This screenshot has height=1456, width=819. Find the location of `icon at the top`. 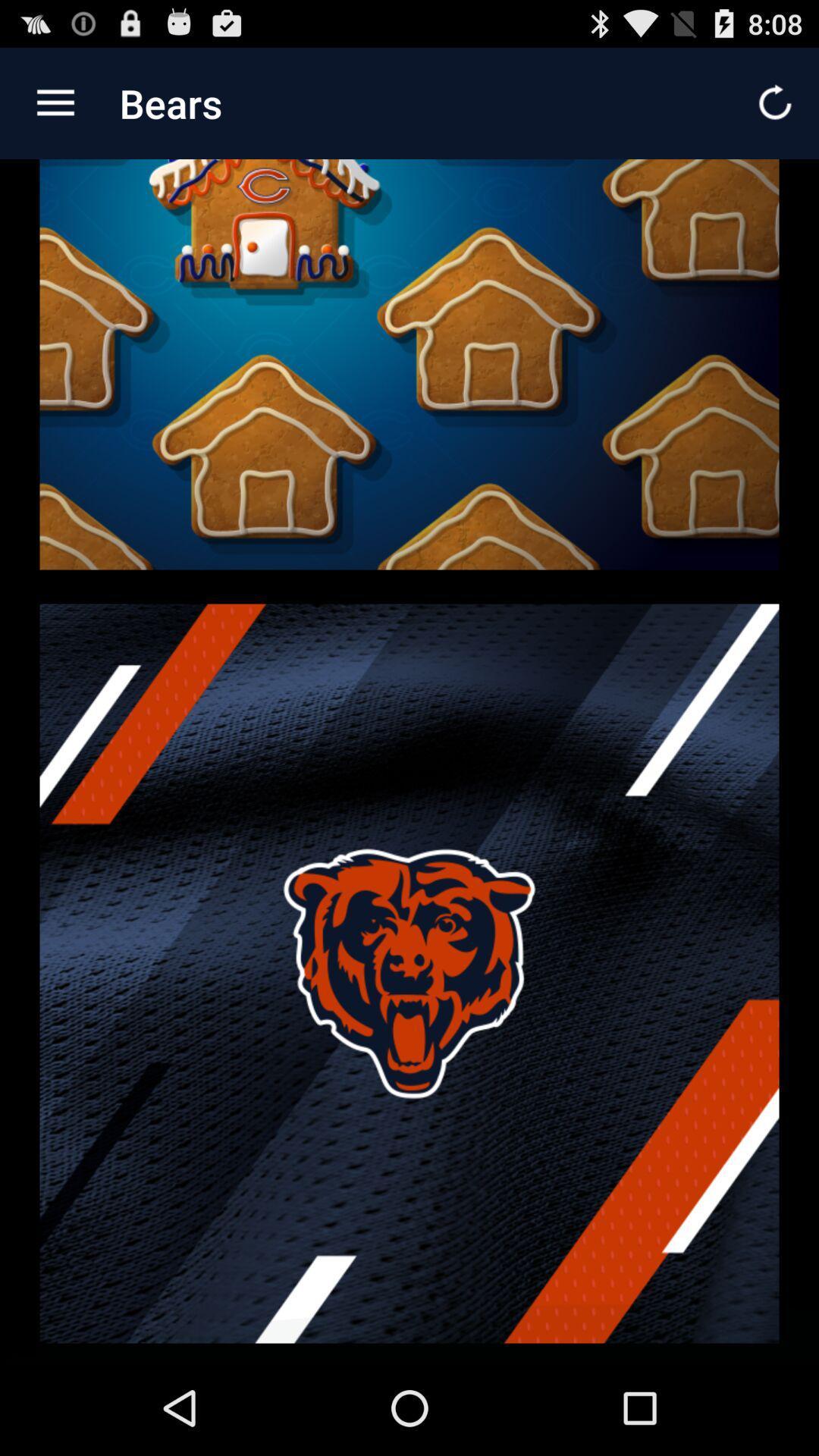

icon at the top is located at coordinates (409, 372).